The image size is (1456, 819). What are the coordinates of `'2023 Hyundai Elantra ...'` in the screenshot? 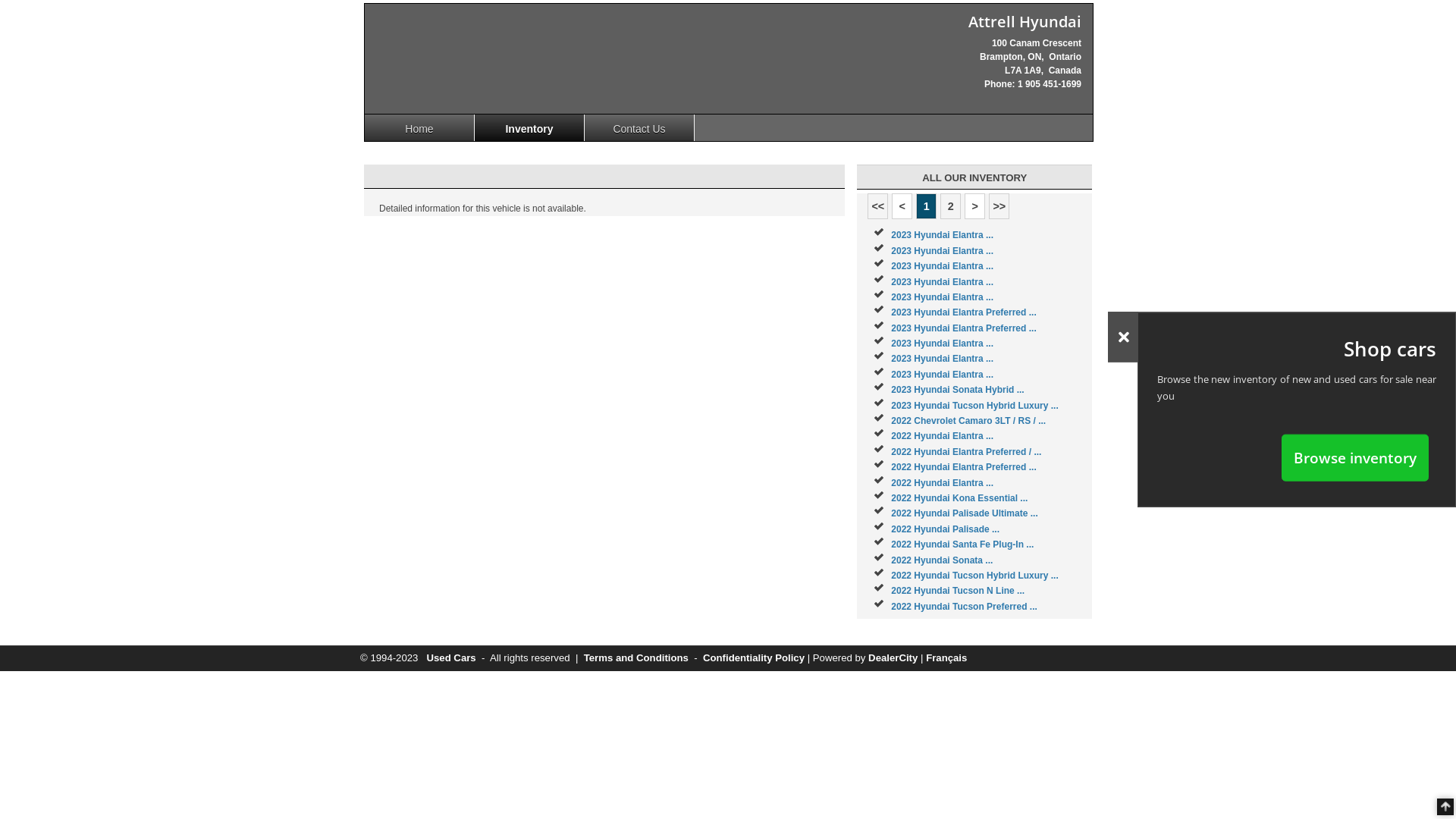 It's located at (941, 234).